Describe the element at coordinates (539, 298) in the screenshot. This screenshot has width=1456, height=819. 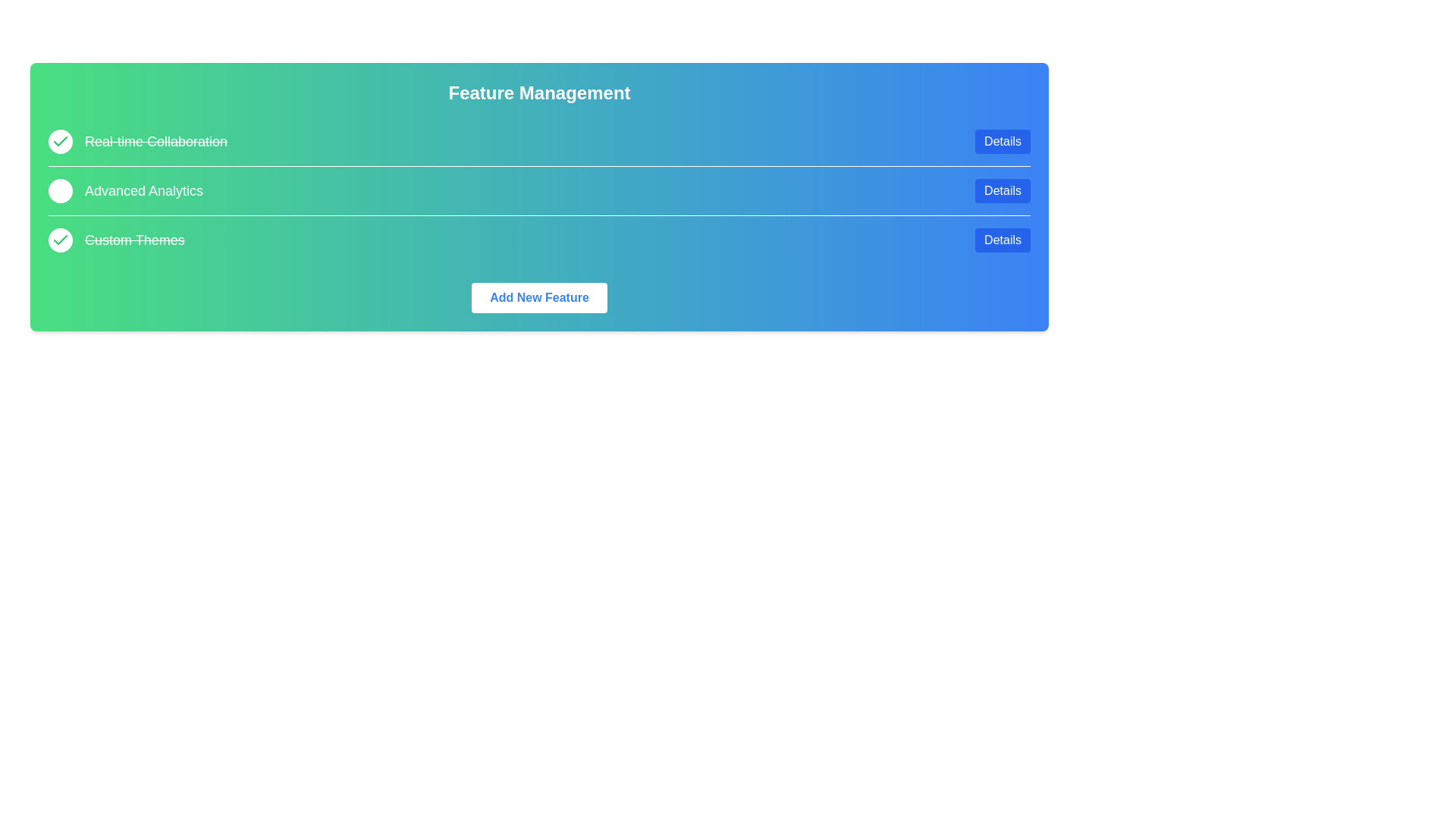
I see `the 'Add New Feature' button to initiate the feature addition process` at that location.